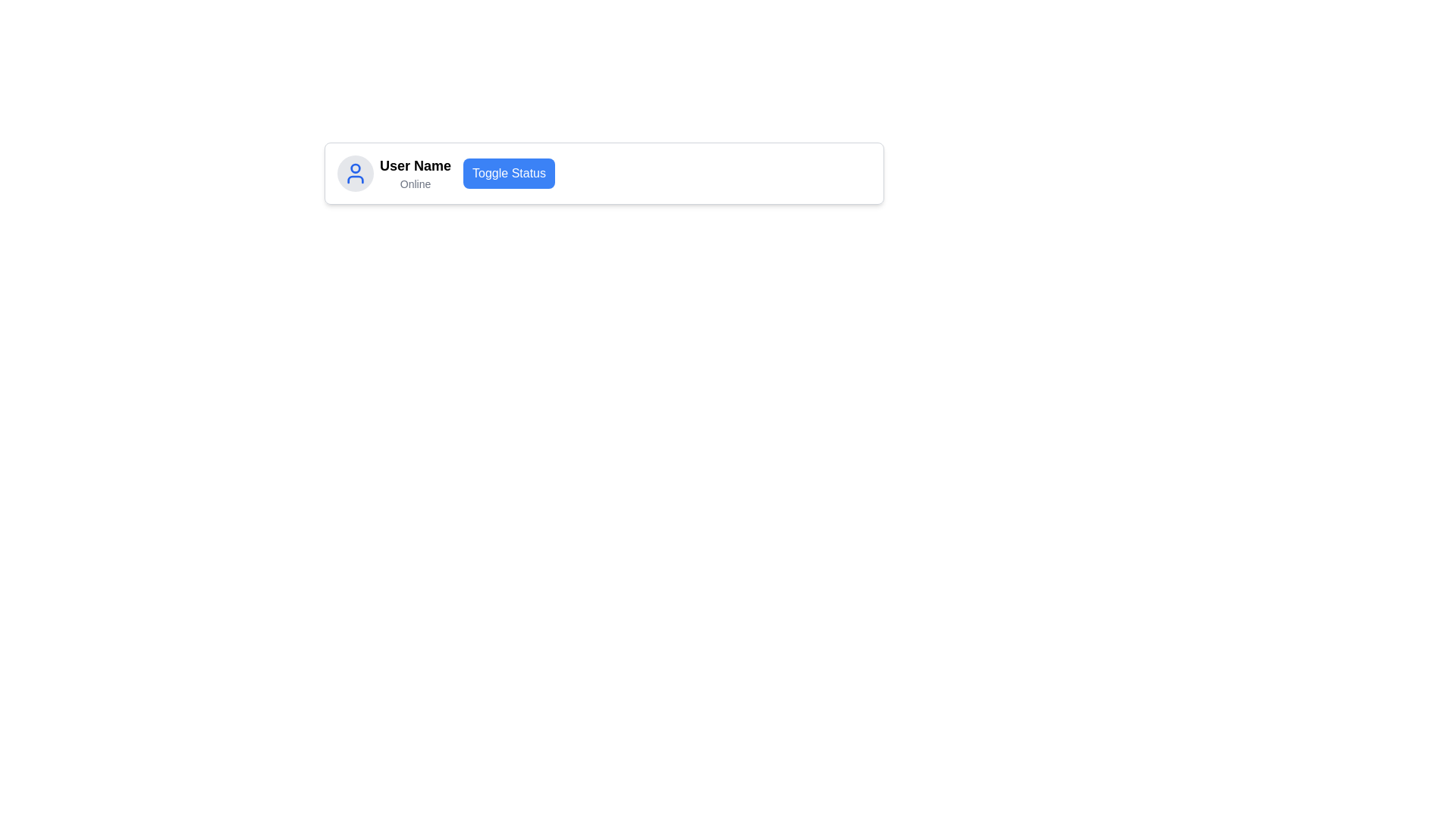  What do you see at coordinates (355, 168) in the screenshot?
I see `the blue user icon circular shape with a white fill, which is part of the user profile representation located above the textual content 'User Name' and 'Online.'` at bounding box center [355, 168].